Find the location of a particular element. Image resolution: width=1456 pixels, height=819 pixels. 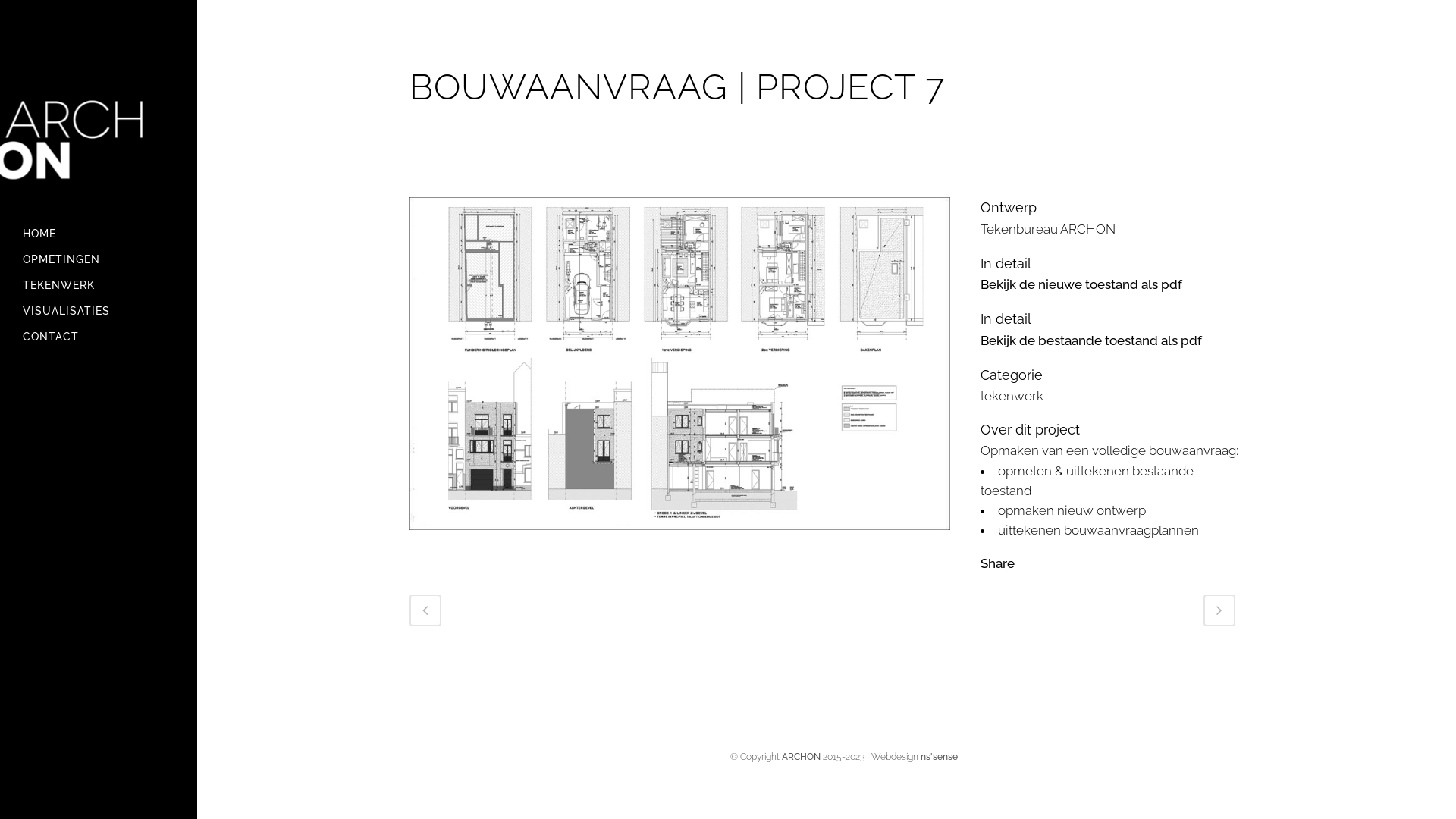

'ARCHON' is located at coordinates (799, 757).